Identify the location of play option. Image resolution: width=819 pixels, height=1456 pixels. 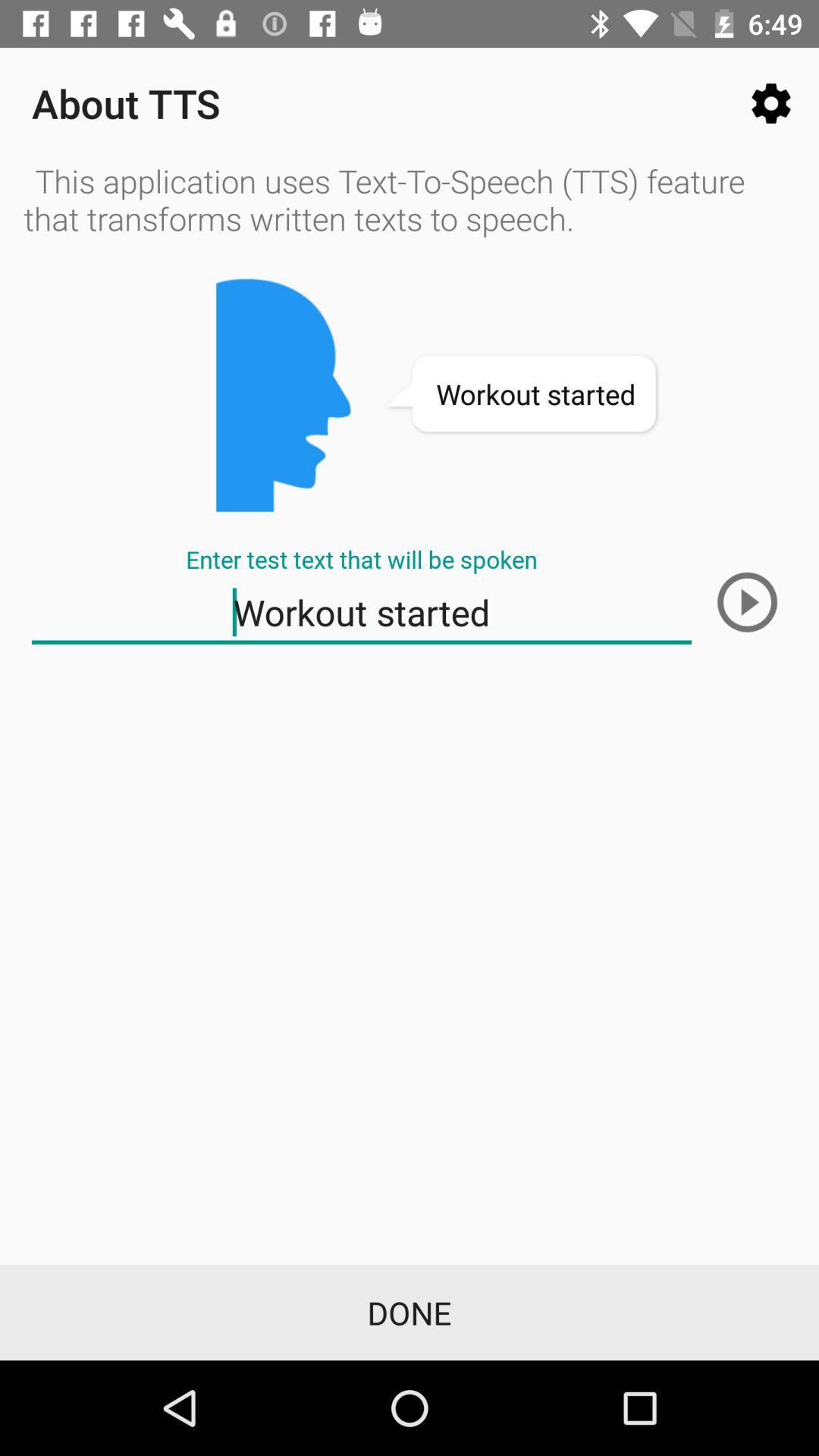
(746, 601).